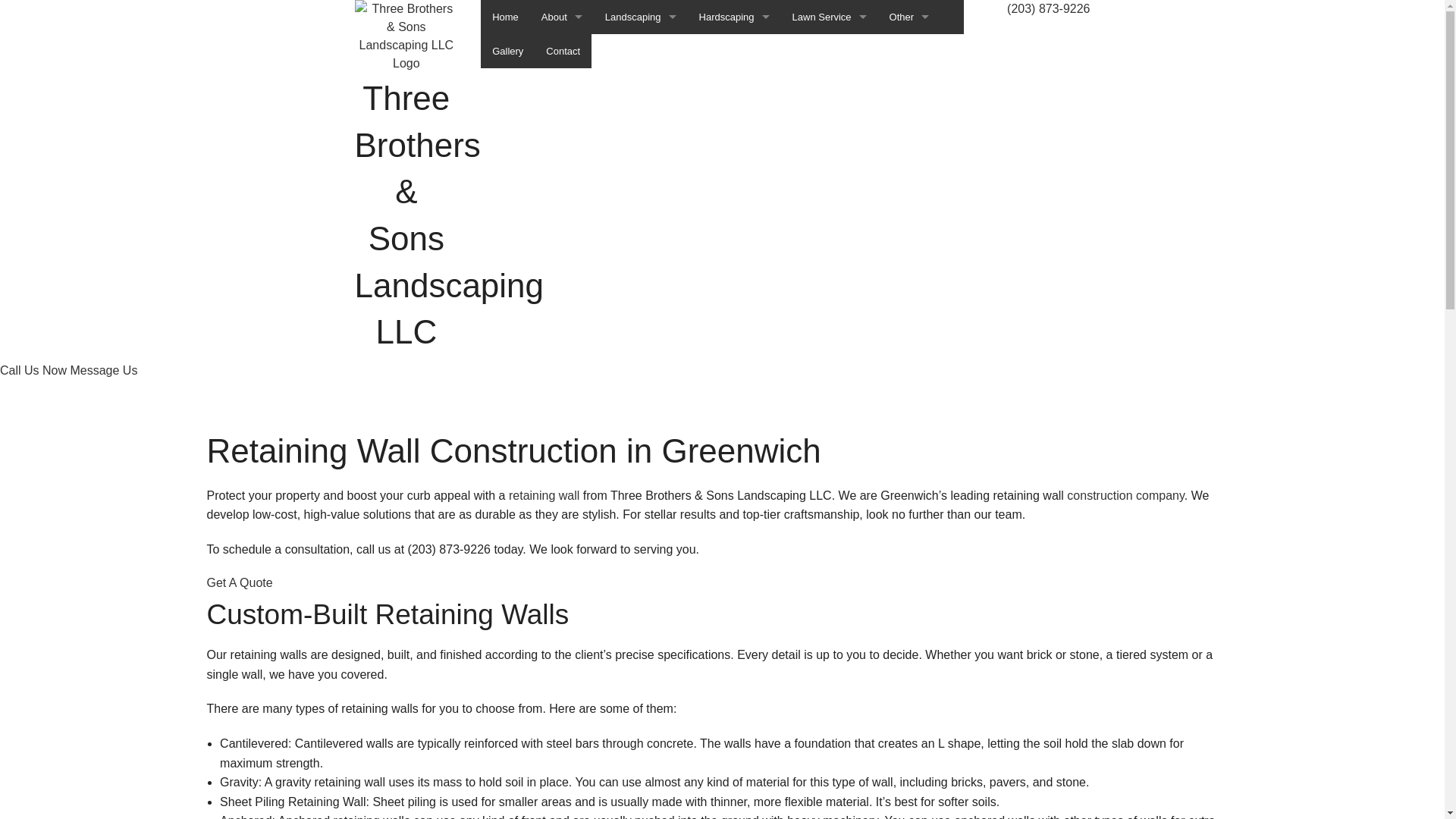 The image size is (1456, 819). Describe the element at coordinates (640, 85) in the screenshot. I see `'Landscape Design Services'` at that location.